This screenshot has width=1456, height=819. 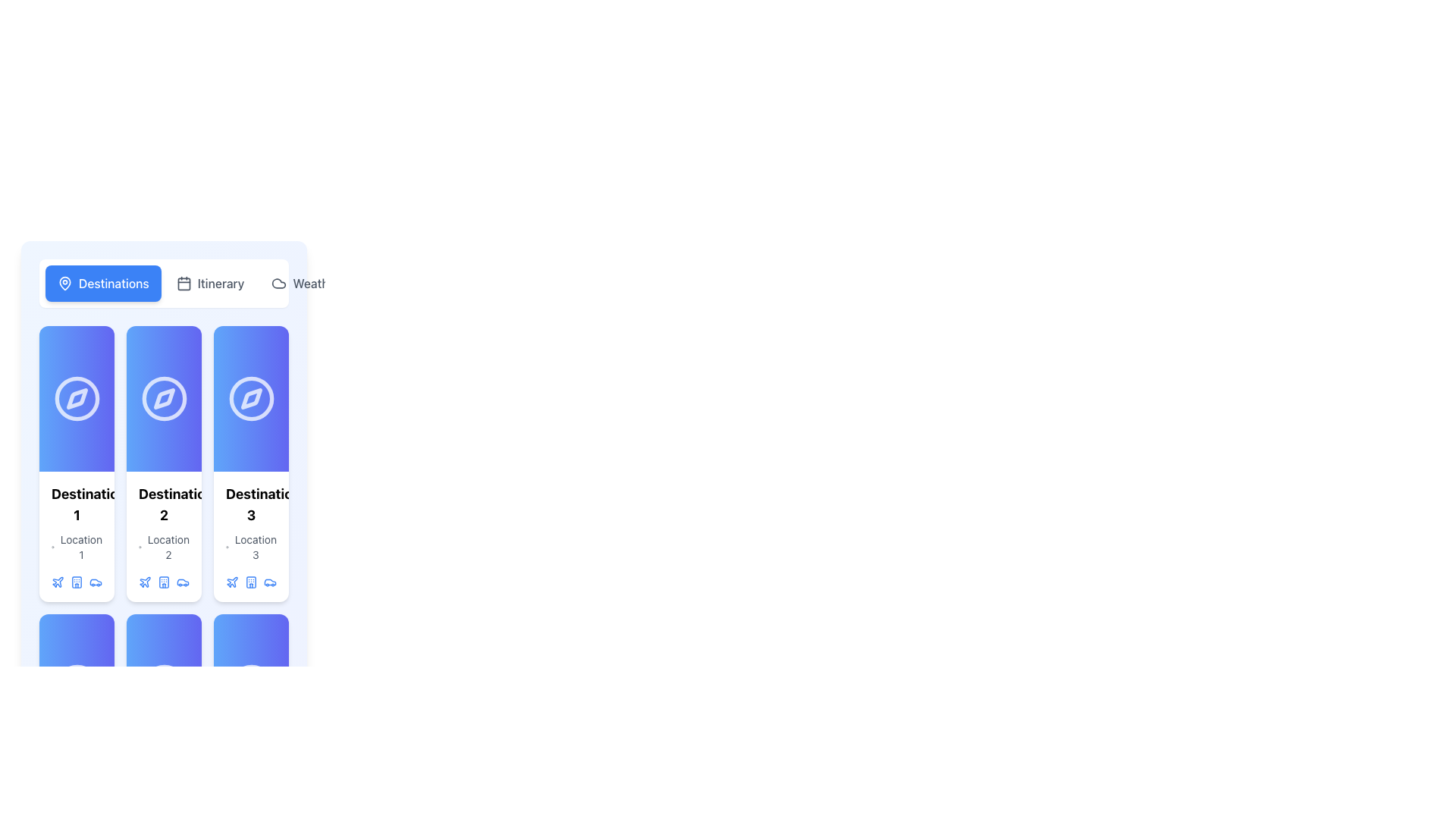 I want to click on the Text label that serves as a descriptor for the associated card content representing a specific destination, located in the second card below the 'Destinations' tab and directly above 'Location 2', so click(x=164, y=505).